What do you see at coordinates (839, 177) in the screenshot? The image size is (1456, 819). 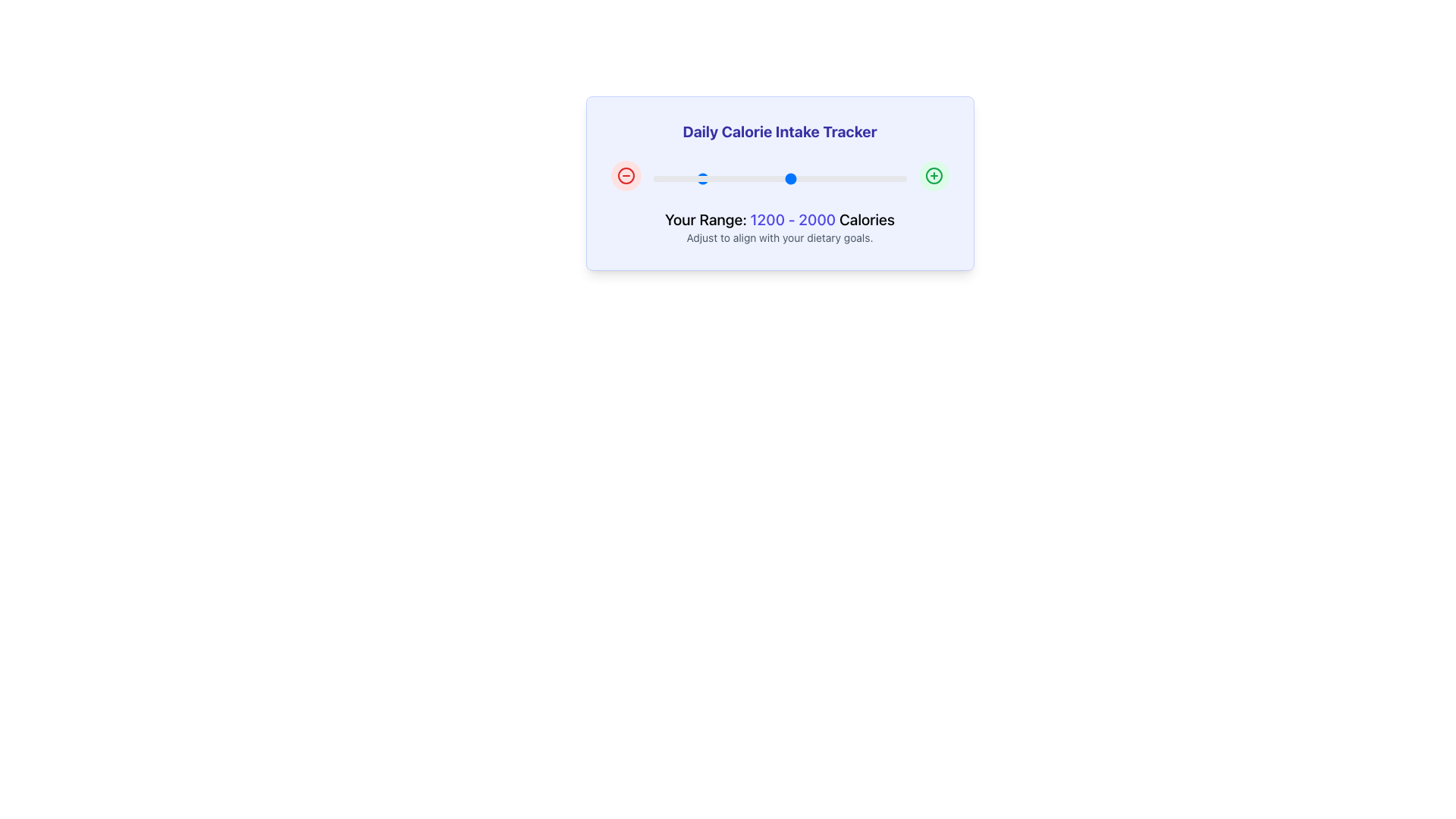 I see `the calorie value` at bounding box center [839, 177].